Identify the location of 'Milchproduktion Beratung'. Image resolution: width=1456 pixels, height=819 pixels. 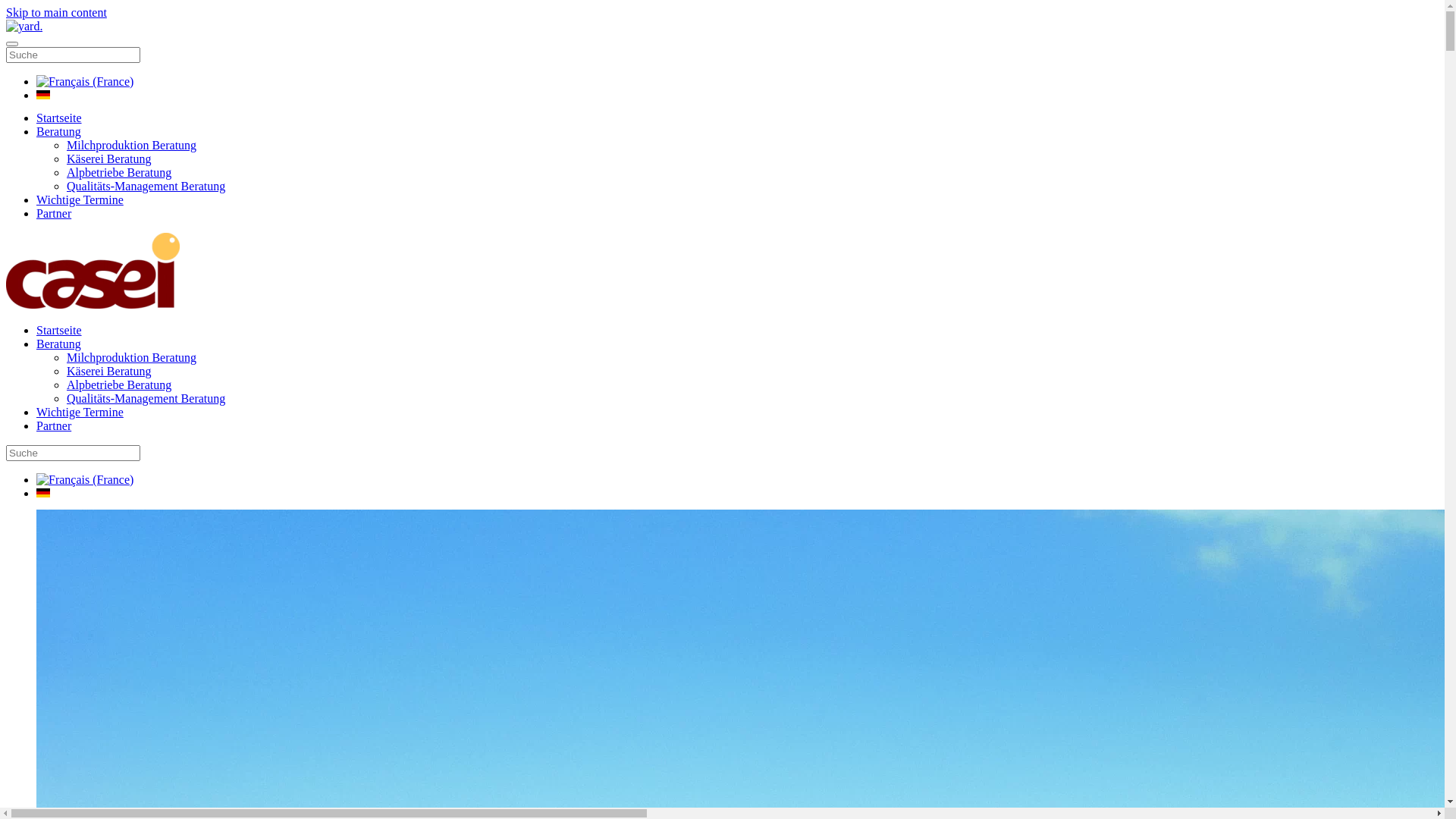
(131, 357).